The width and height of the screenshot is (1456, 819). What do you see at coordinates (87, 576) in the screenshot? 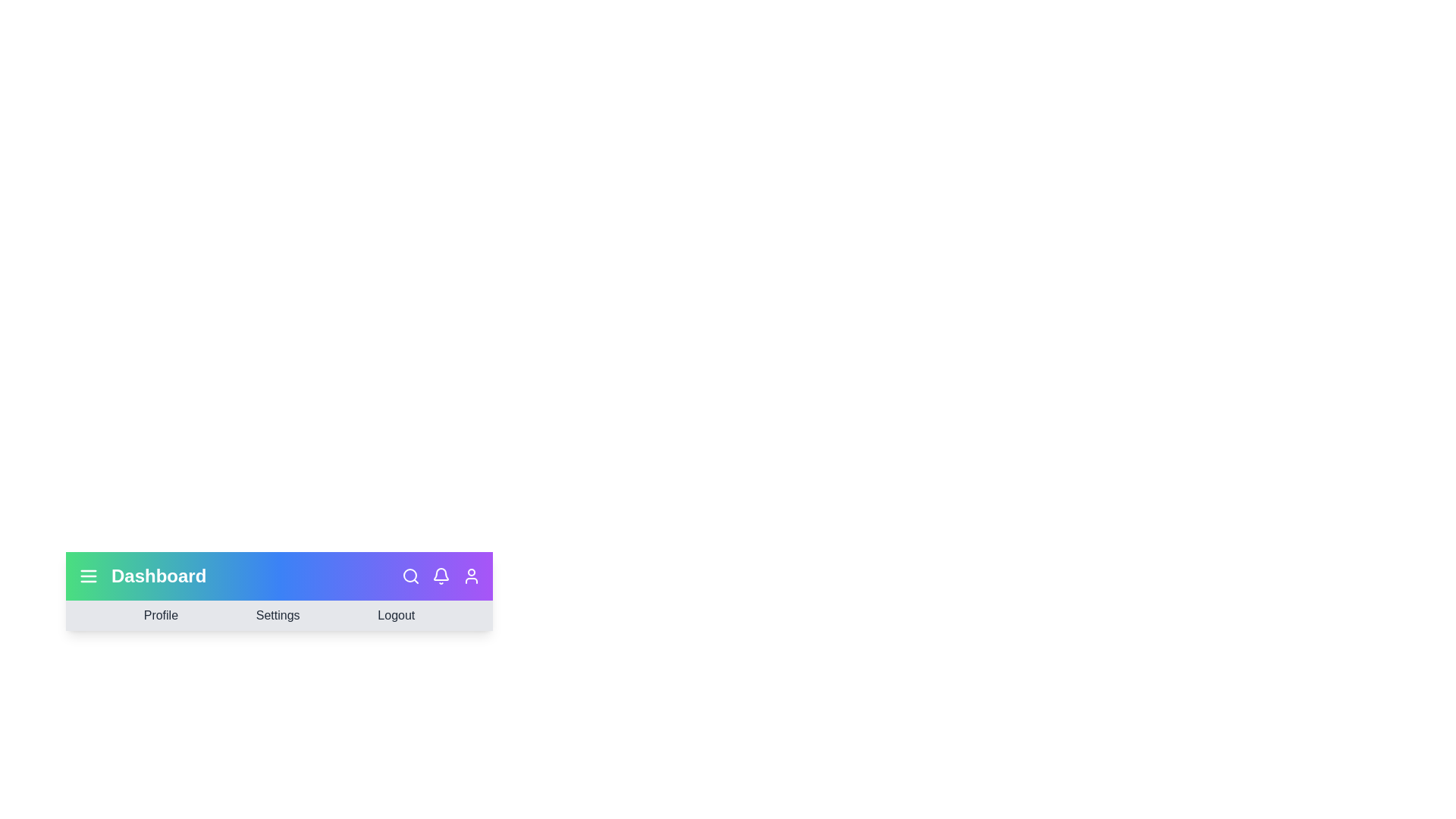
I see `the menu icon to toggle the visibility of the menu` at bounding box center [87, 576].